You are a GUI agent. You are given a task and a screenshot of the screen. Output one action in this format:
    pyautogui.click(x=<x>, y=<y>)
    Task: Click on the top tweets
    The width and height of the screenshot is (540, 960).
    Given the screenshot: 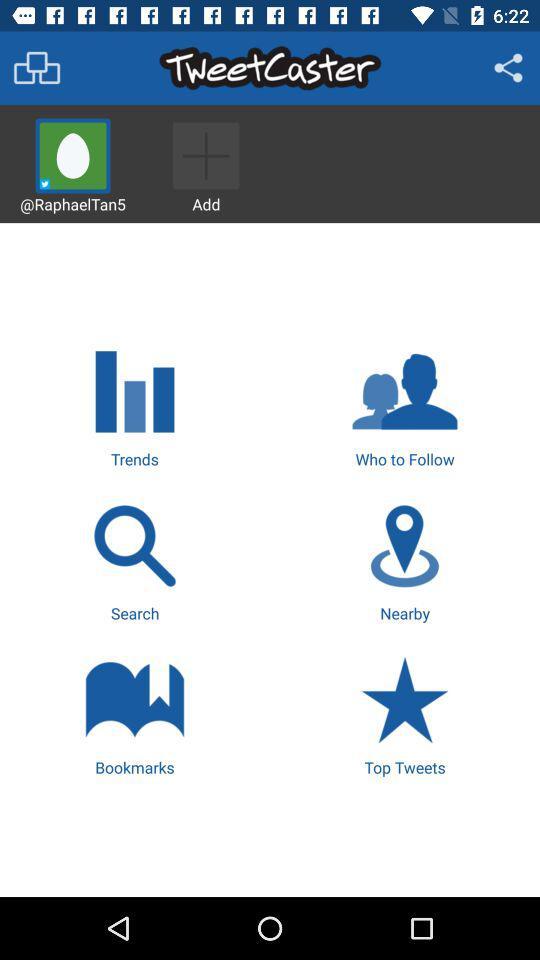 What is the action you would take?
    pyautogui.click(x=405, y=713)
    